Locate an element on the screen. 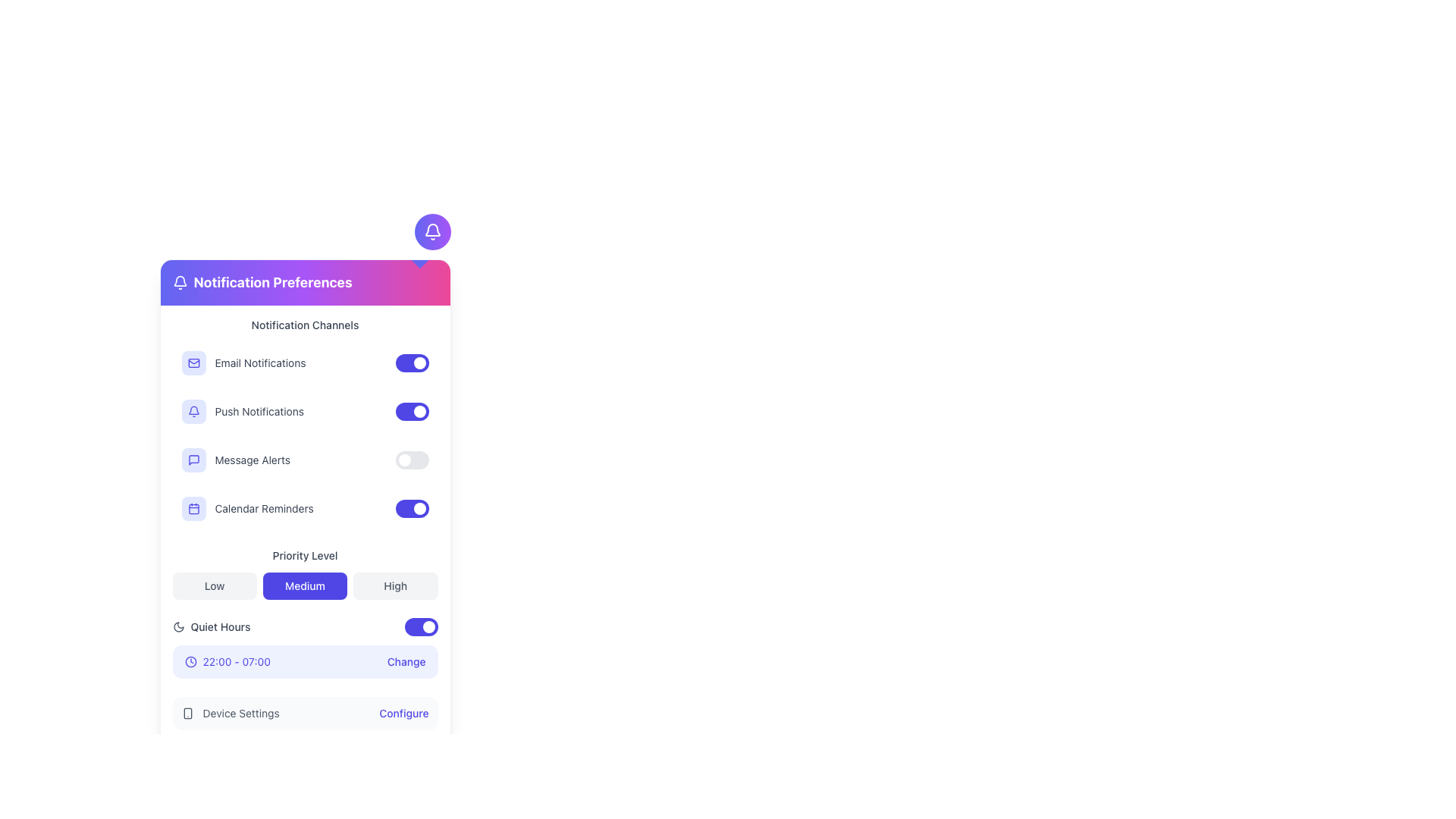 This screenshot has height=819, width=1456. the notification settings button located at the top-right corner of the notification settings panel is located at coordinates (431, 231).